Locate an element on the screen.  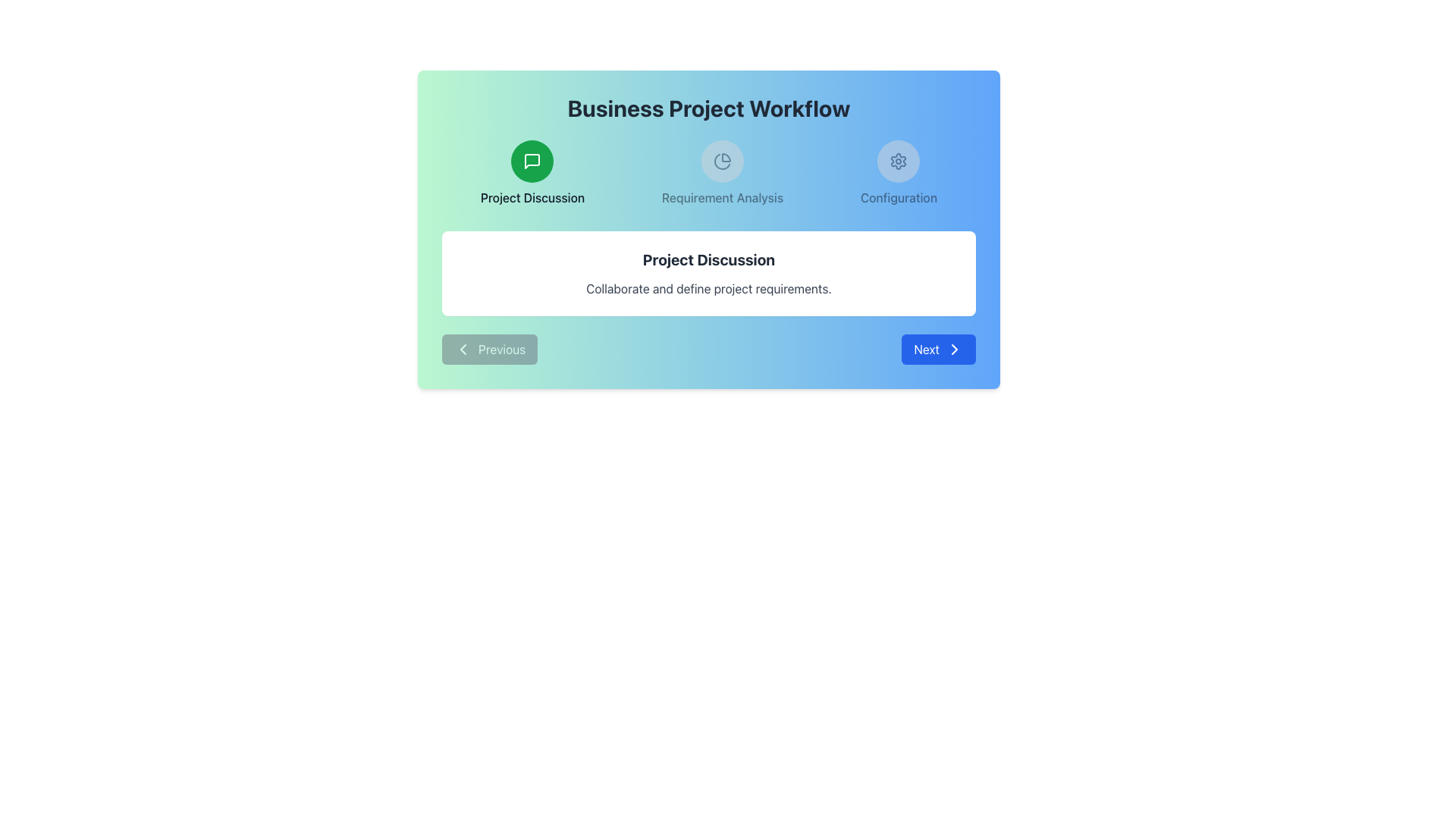
the visual indication of navigation by focusing on the backward action icon located to the left of the 'Previous' button is located at coordinates (462, 350).